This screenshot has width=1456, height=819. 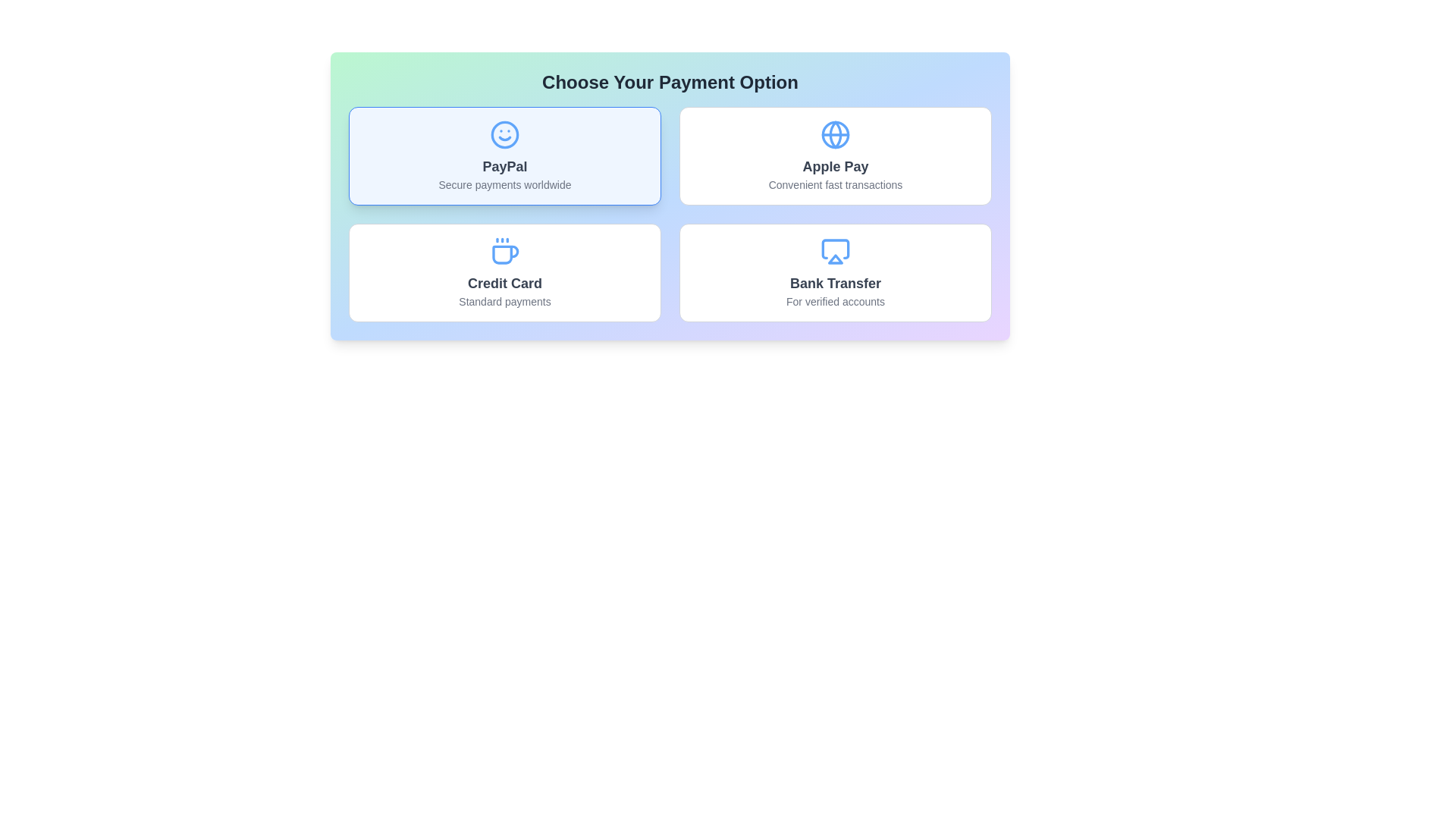 I want to click on the PayPal icon located in the top-left grid cell, which serves as a visual indicator for the PayPal payment method, so click(x=505, y=133).